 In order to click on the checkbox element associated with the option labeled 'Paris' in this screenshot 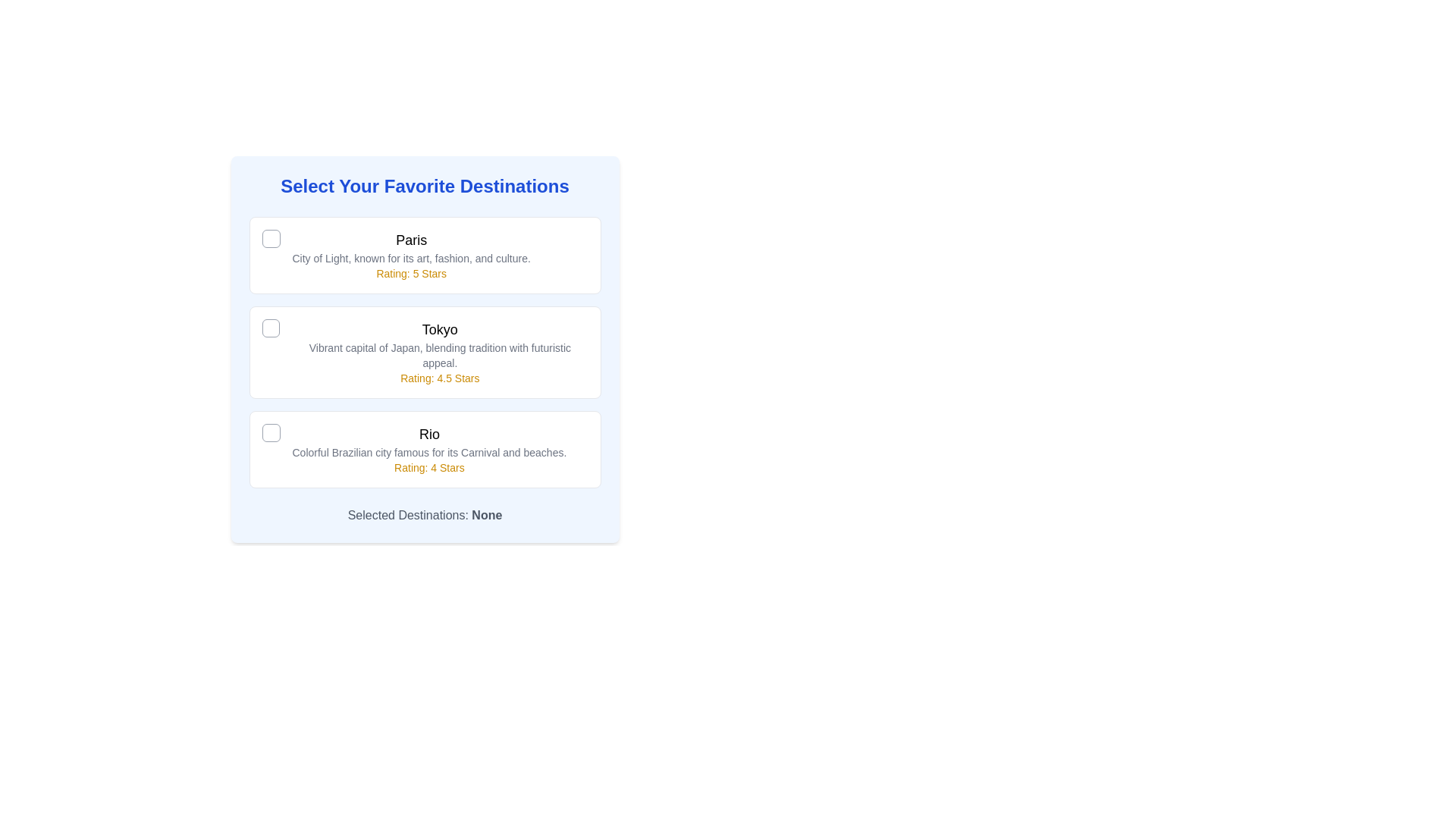, I will do `click(271, 239)`.